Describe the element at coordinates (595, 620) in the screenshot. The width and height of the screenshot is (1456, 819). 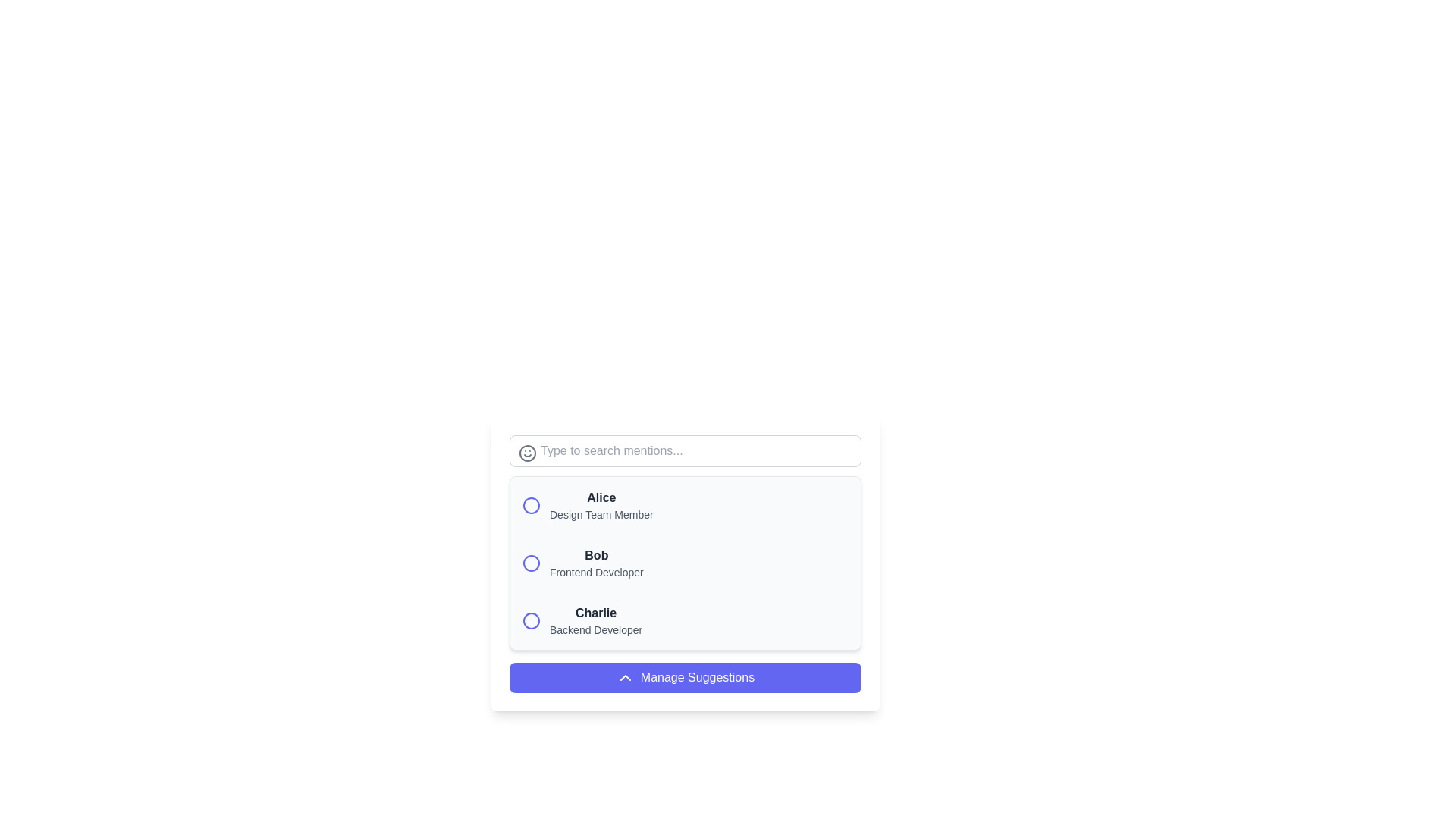
I see `the text label displaying 'Charlie' in bold and 'Backend Developer' in smaller gray text beneath it` at that location.